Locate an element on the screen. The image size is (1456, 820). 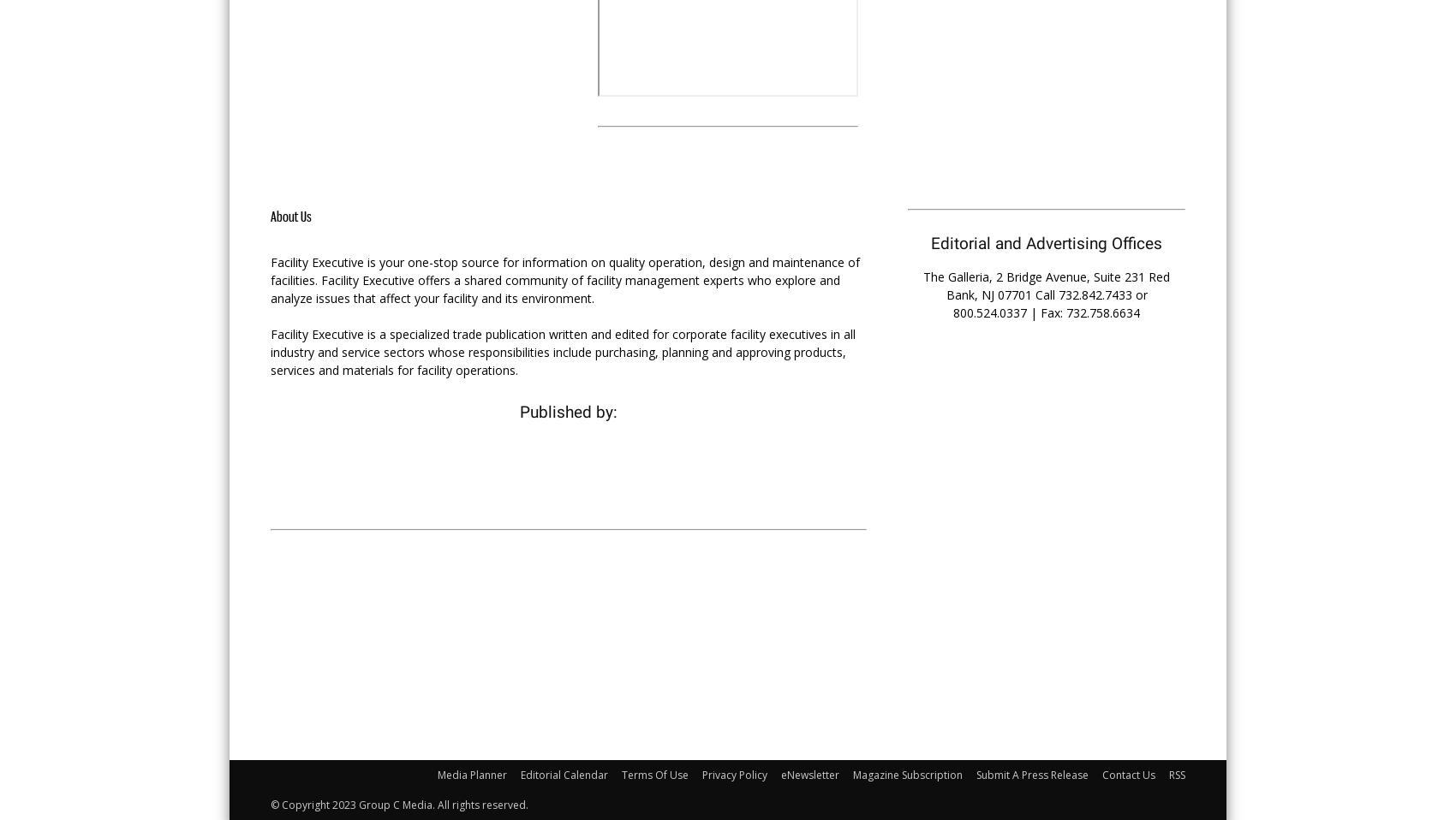
'| Fax:' is located at coordinates (1045, 311).